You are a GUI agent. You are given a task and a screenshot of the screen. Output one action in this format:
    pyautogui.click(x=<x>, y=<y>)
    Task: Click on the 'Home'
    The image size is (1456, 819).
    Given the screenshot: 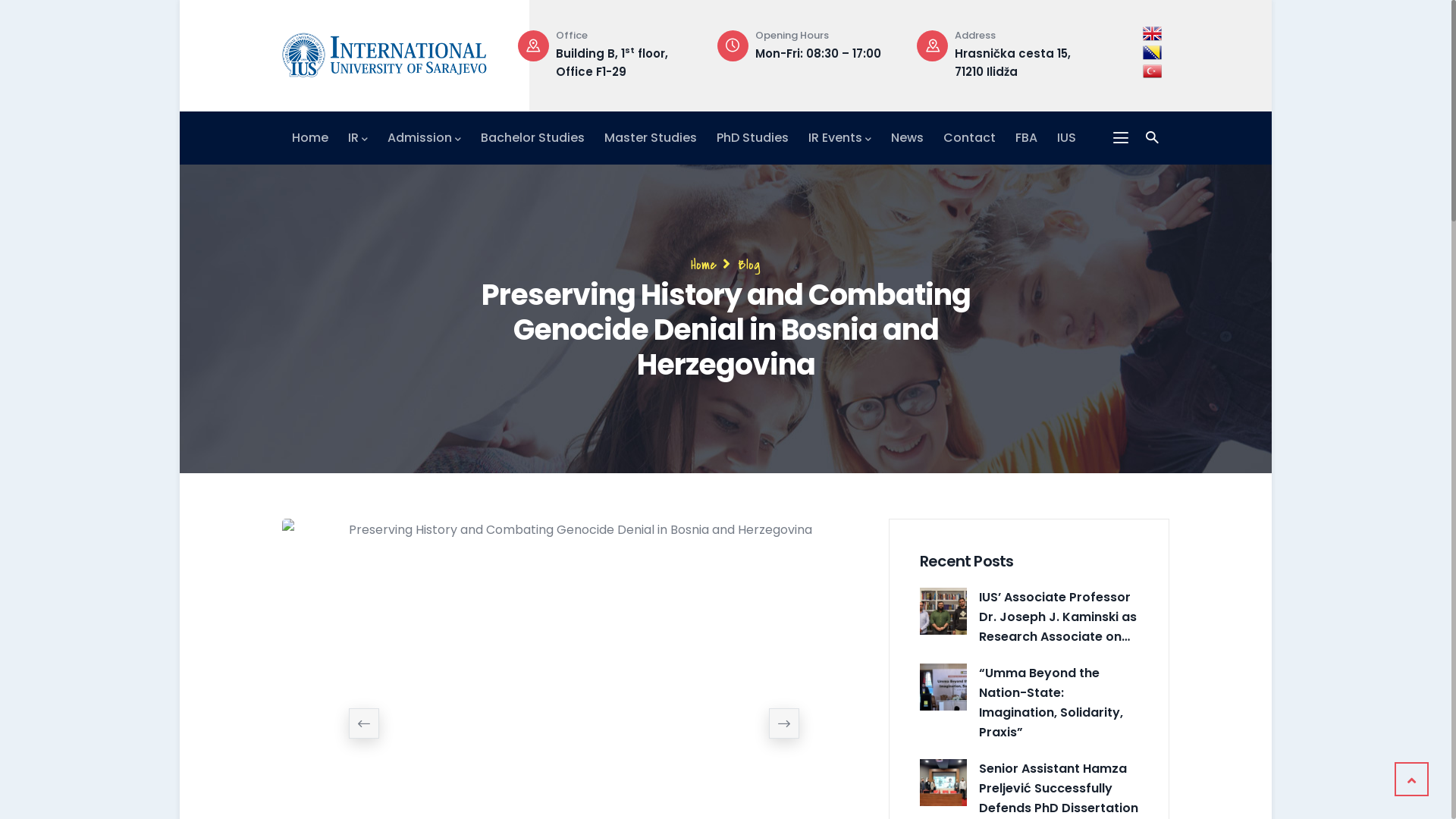 What is the action you would take?
    pyautogui.click(x=702, y=263)
    